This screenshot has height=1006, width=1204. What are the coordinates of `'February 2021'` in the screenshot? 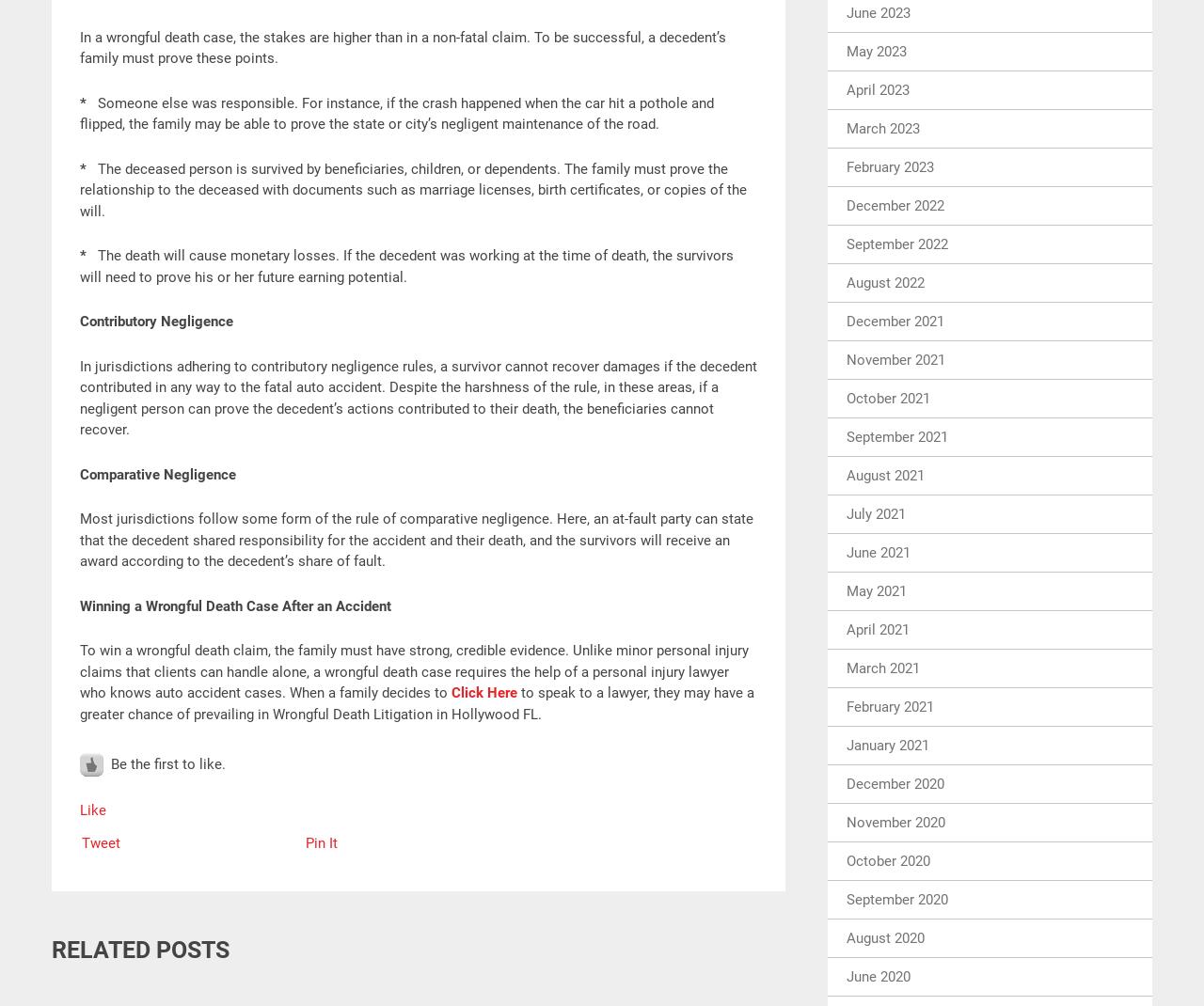 It's located at (889, 705).